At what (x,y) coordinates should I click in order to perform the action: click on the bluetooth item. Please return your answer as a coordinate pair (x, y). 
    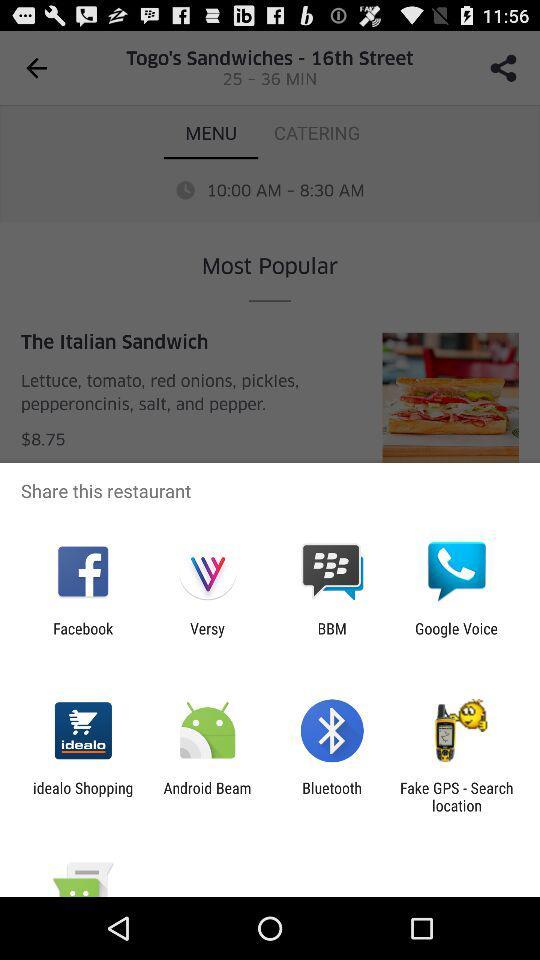
    Looking at the image, I should click on (332, 796).